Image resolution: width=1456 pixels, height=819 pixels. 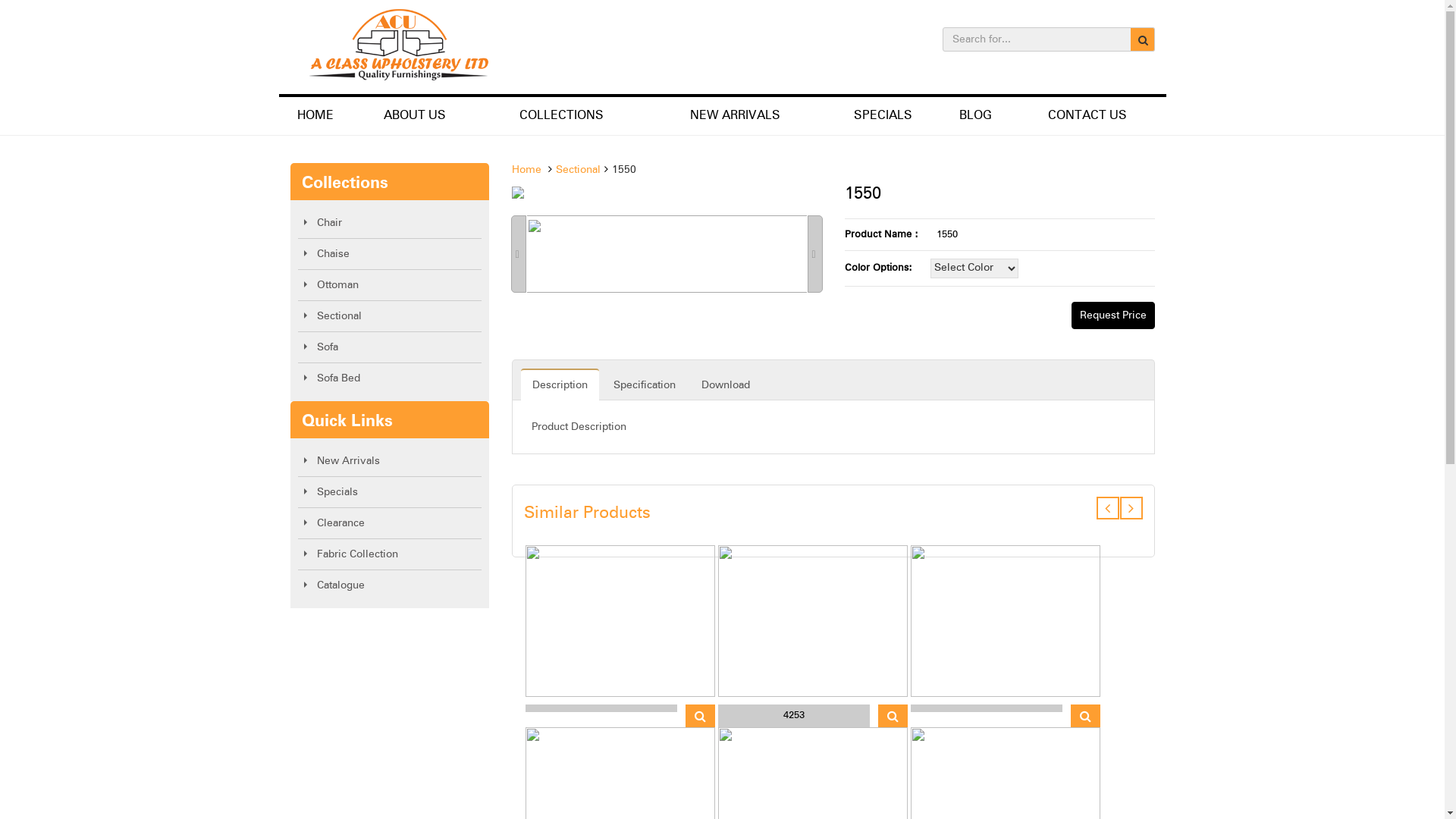 I want to click on 'Sectional', so click(x=577, y=169).